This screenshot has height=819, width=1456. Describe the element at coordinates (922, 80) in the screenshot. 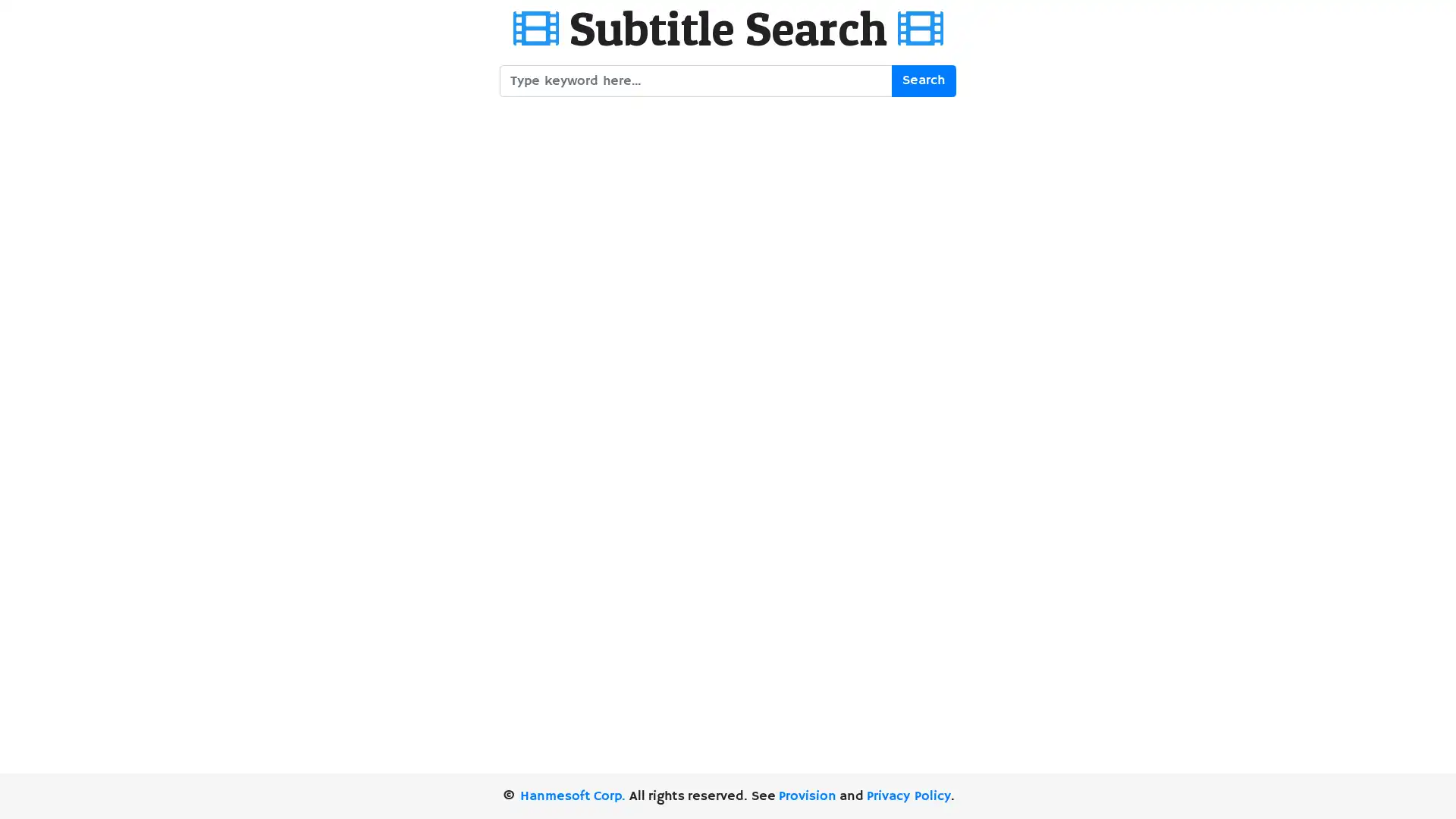

I see `Search` at that location.